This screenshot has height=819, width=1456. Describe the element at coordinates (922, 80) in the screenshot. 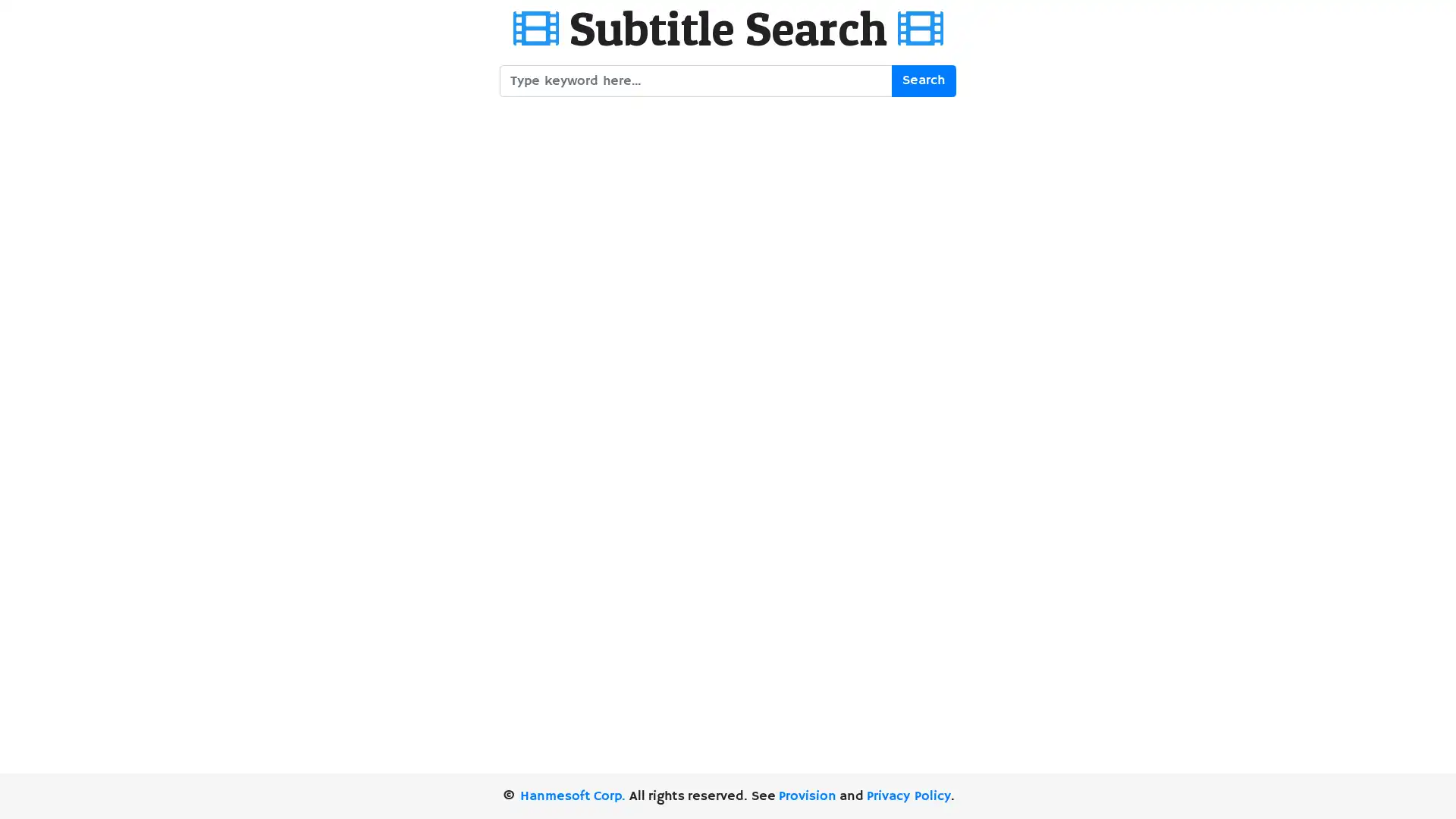

I see `Search` at that location.